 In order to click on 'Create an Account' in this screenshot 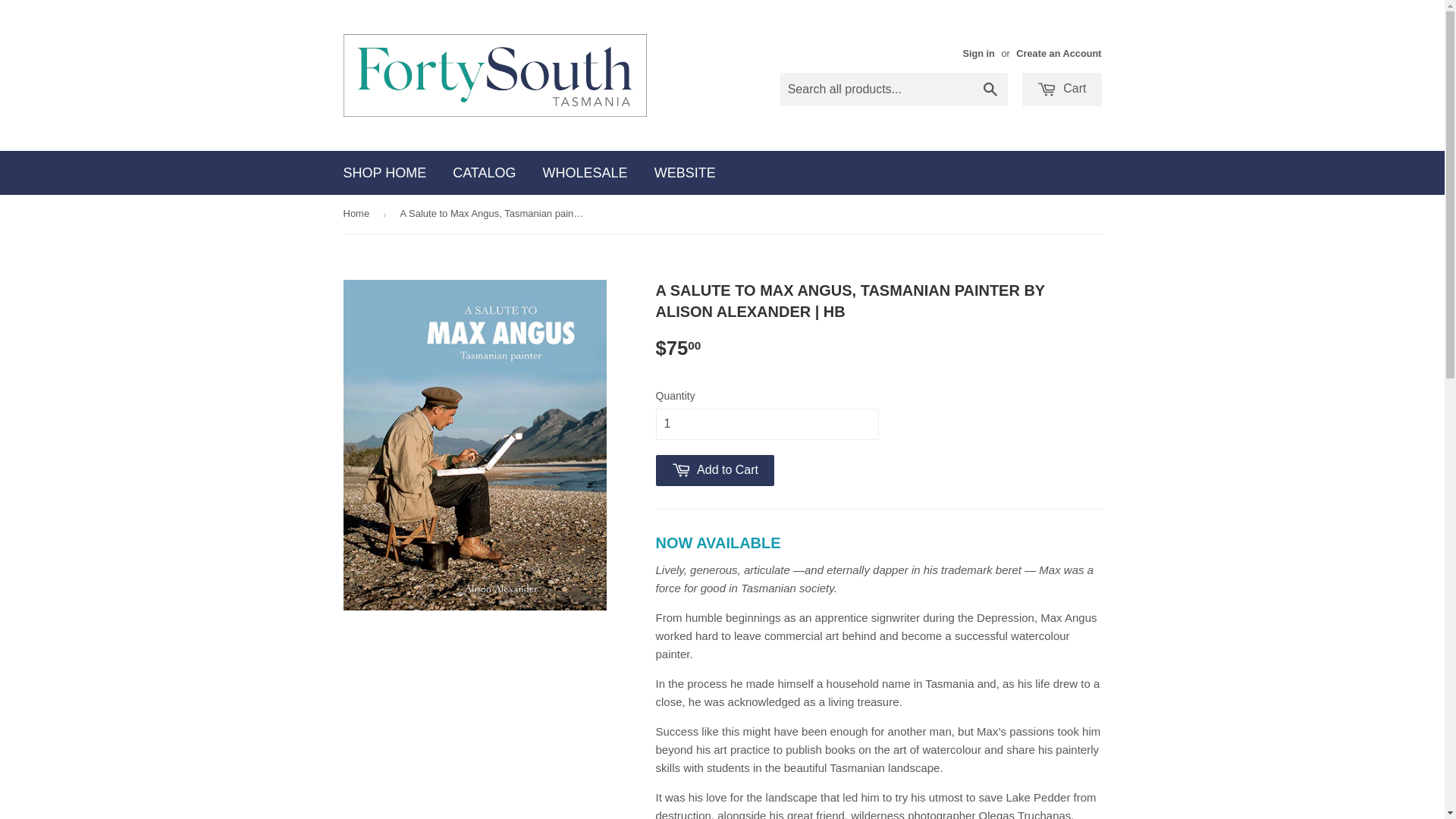, I will do `click(1058, 52)`.